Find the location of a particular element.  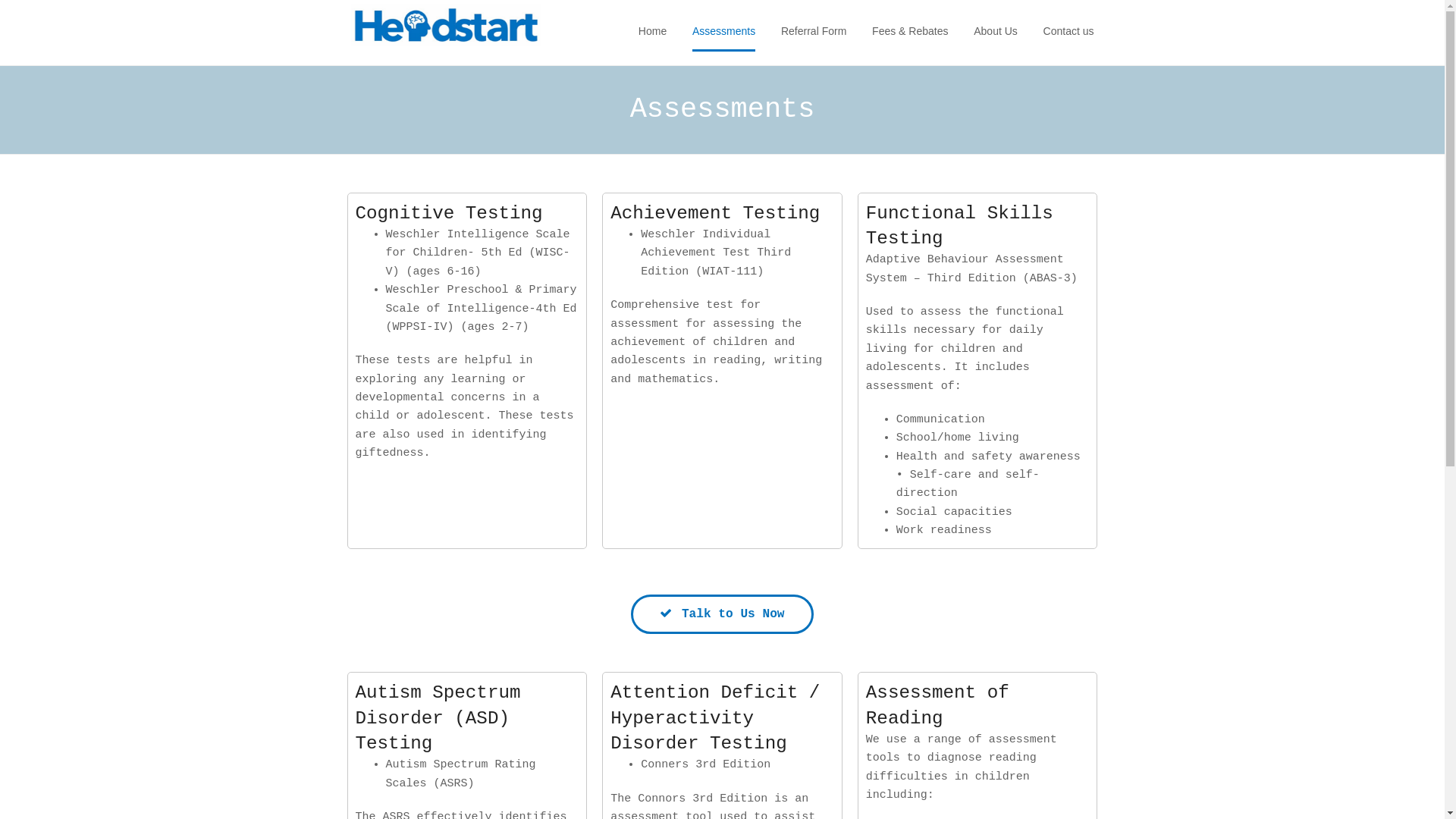

'About Us' is located at coordinates (996, 32).